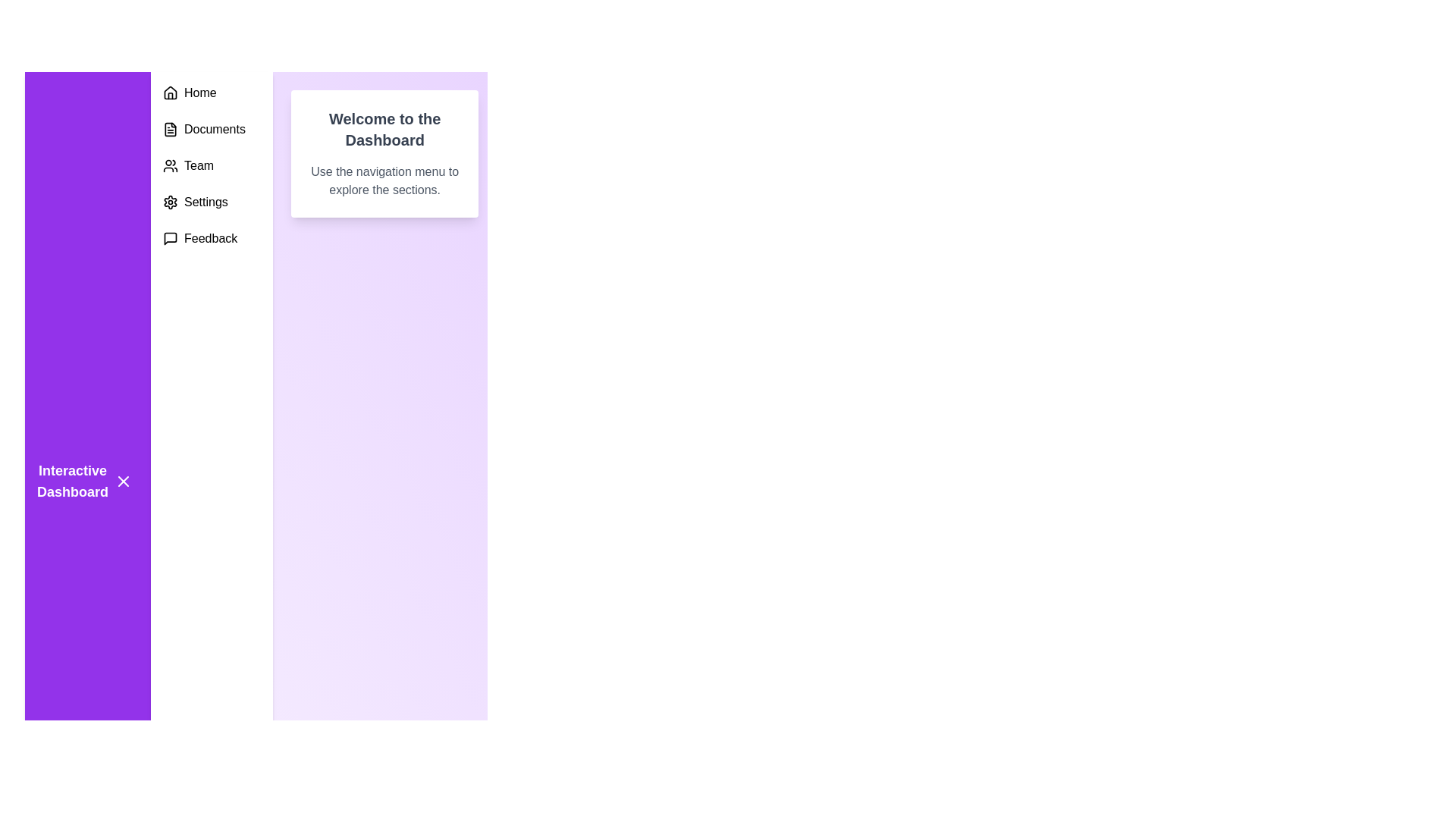 The width and height of the screenshot is (1456, 819). What do you see at coordinates (171, 239) in the screenshot?
I see `the small square-shaped speech bubble icon located in the left-hand vertical navigation bar, which is the fifth item from the top, next to the 'Feedback' label` at bounding box center [171, 239].